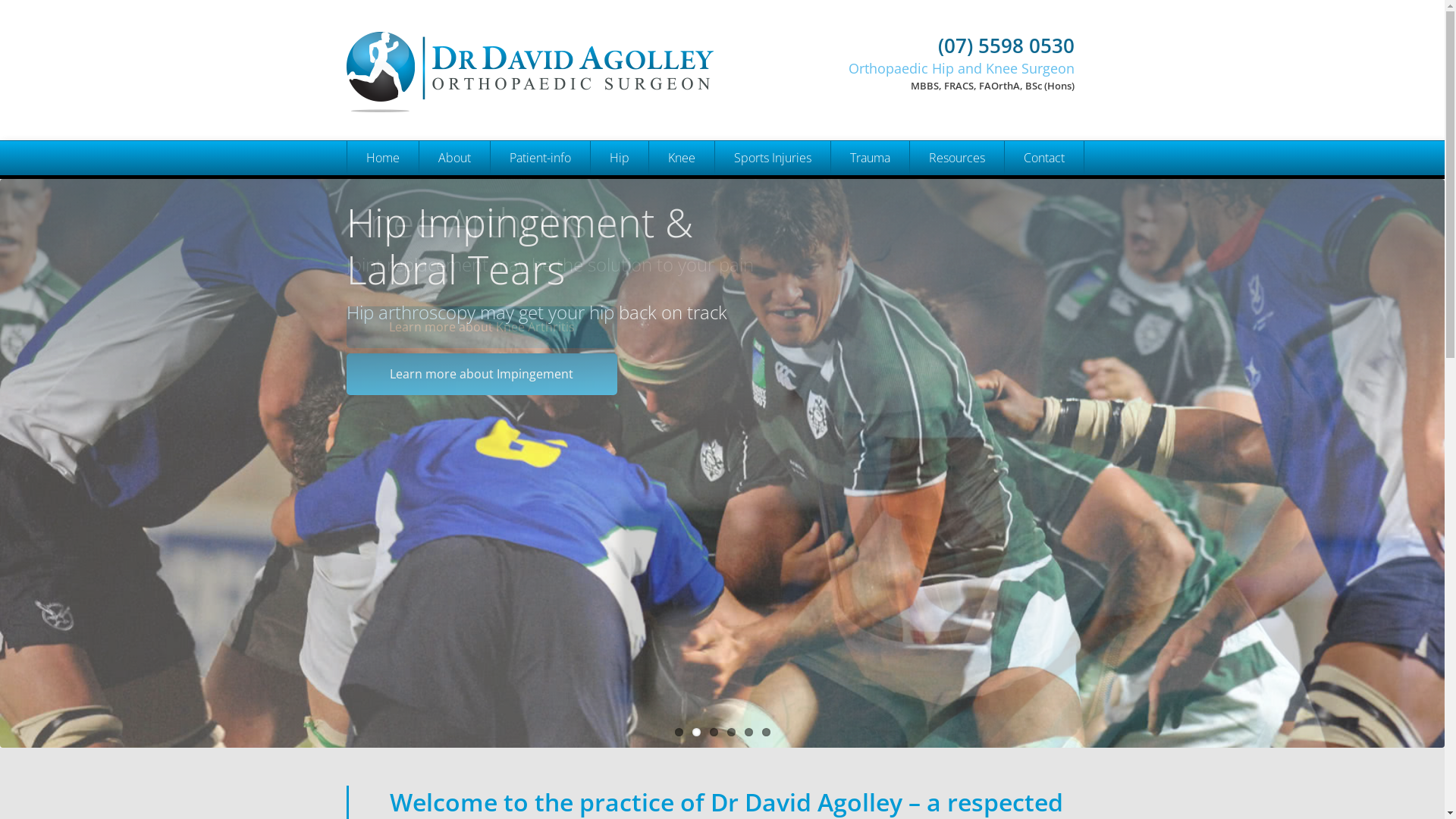 This screenshot has width=1456, height=819. Describe the element at coordinates (588, 328) in the screenshot. I see `'Hip Dysplasia'` at that location.